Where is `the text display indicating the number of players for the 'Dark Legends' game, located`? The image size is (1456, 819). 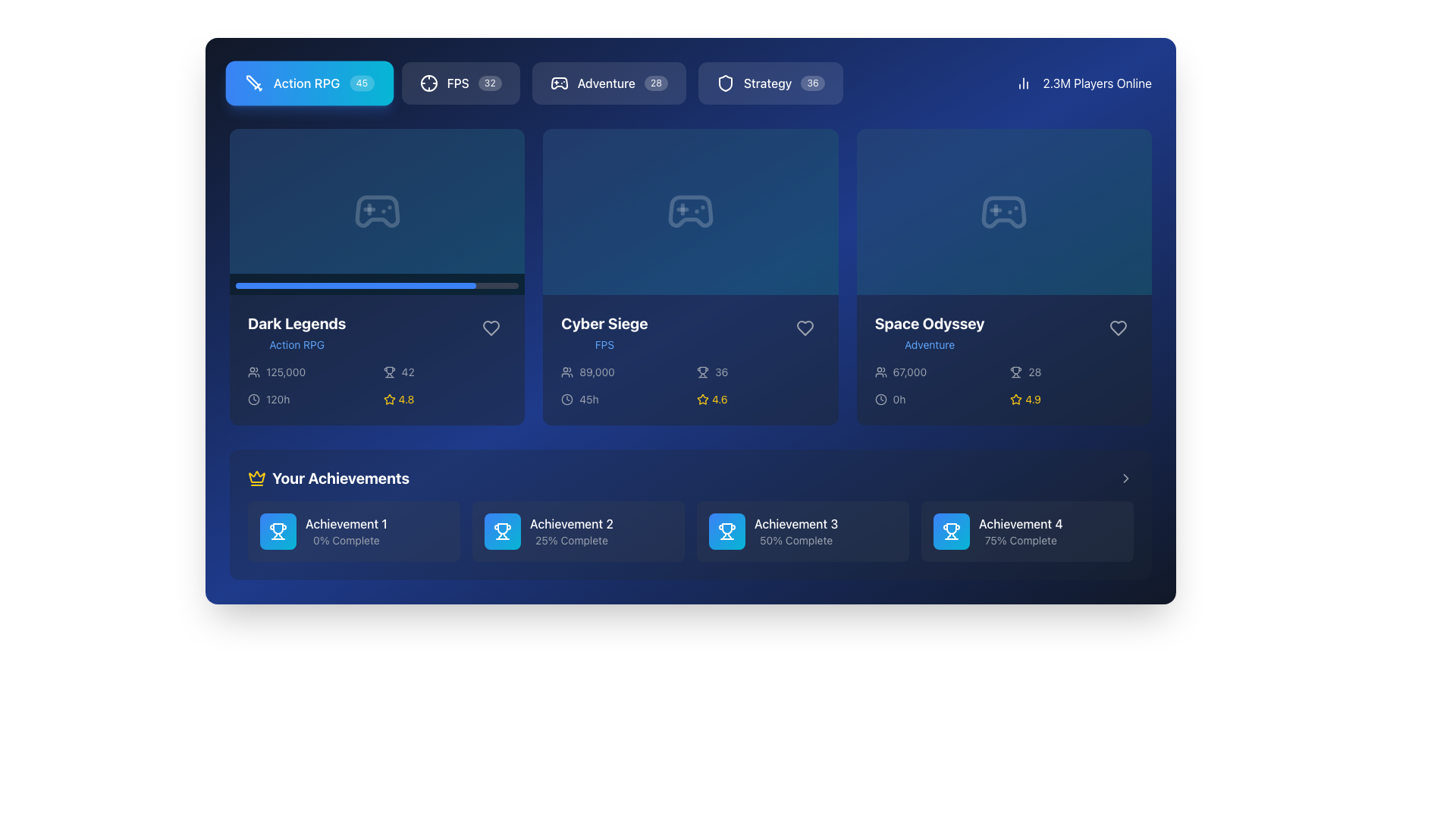 the text display indicating the number of players for the 'Dark Legends' game, located is located at coordinates (286, 372).